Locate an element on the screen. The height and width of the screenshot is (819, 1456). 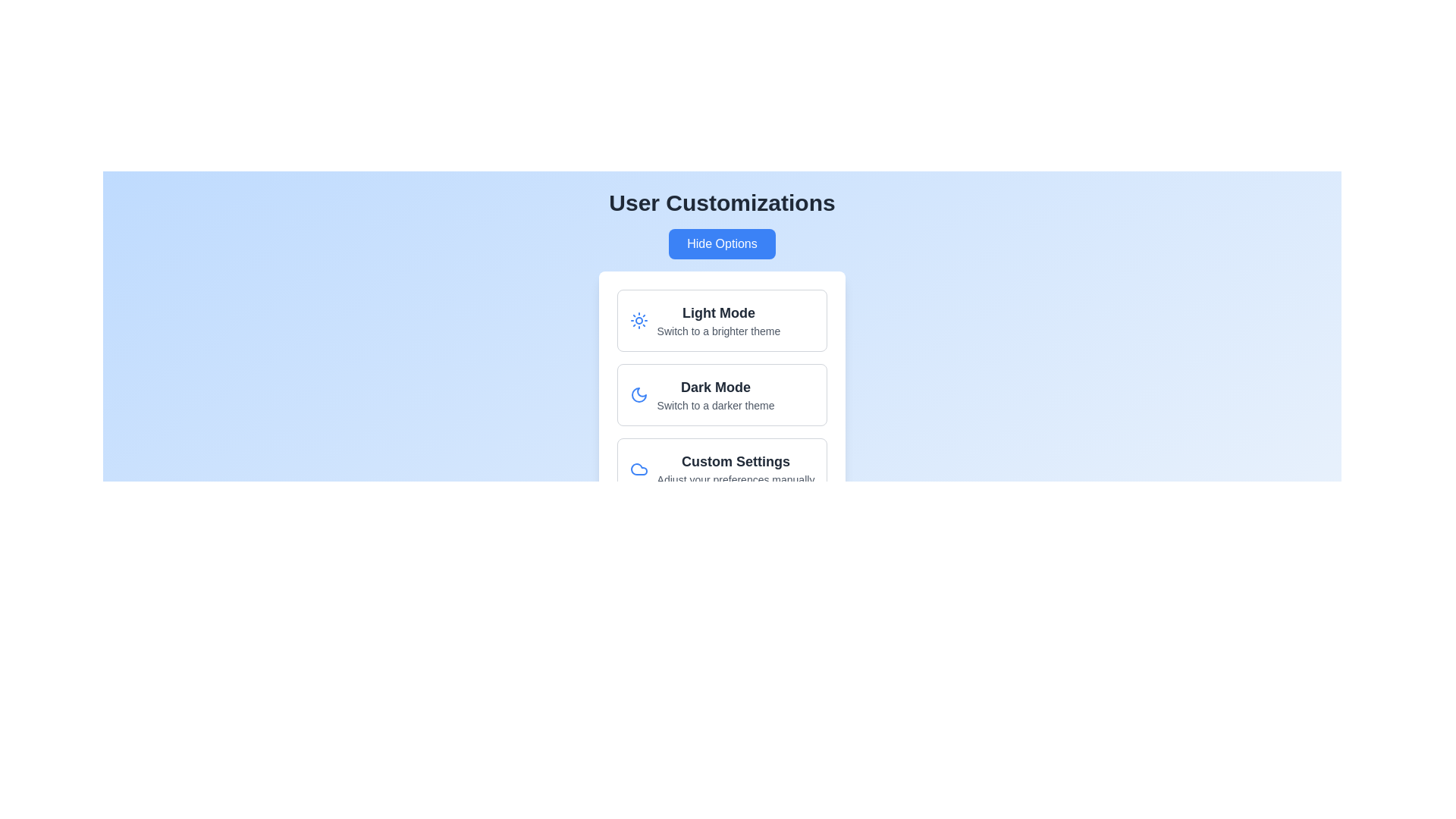
the option Custom Settings to see its hover effect is located at coordinates (721, 468).